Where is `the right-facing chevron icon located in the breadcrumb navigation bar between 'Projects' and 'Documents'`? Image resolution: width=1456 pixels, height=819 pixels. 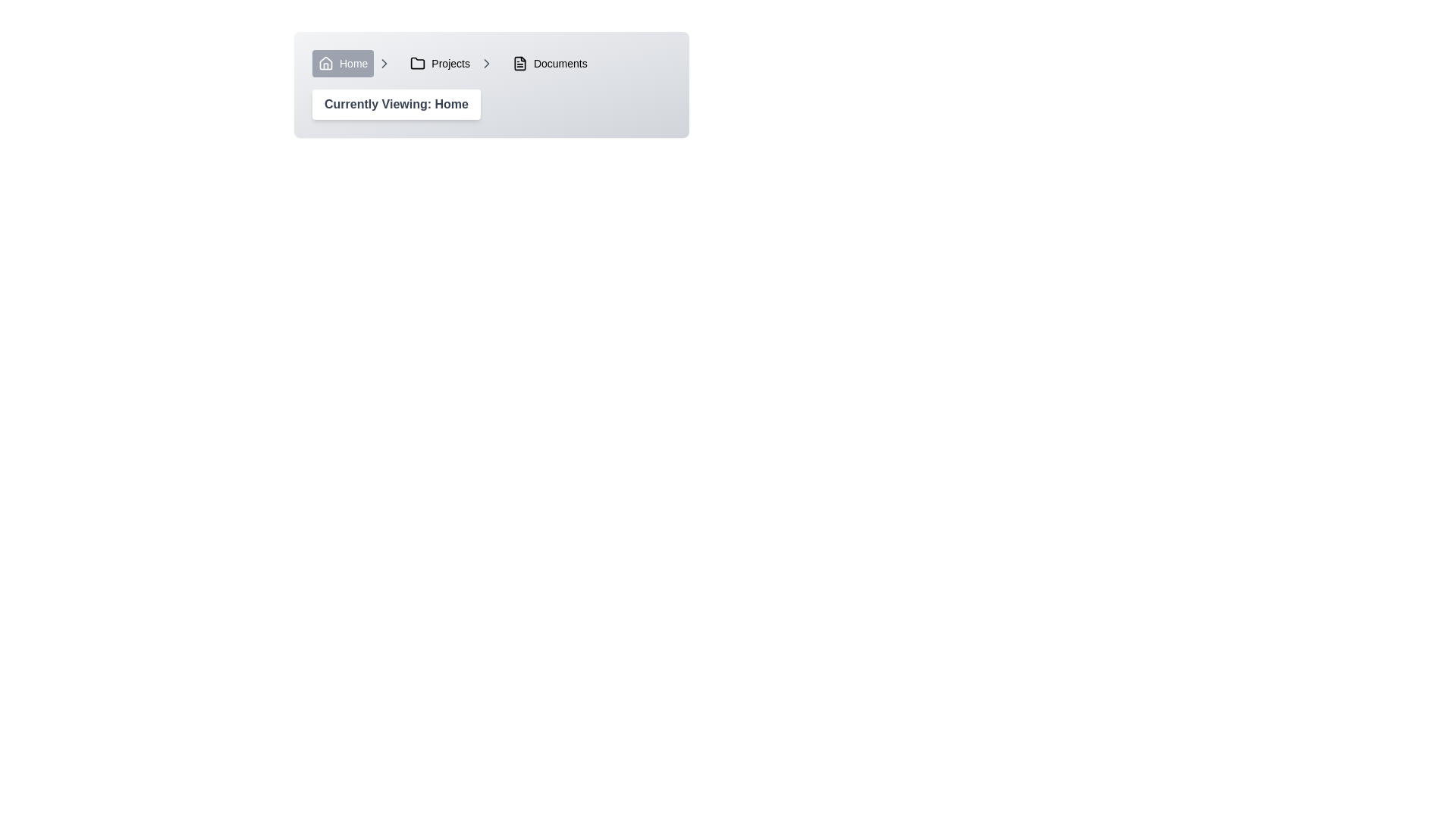
the right-facing chevron icon located in the breadcrumb navigation bar between 'Projects' and 'Documents' is located at coordinates (384, 63).